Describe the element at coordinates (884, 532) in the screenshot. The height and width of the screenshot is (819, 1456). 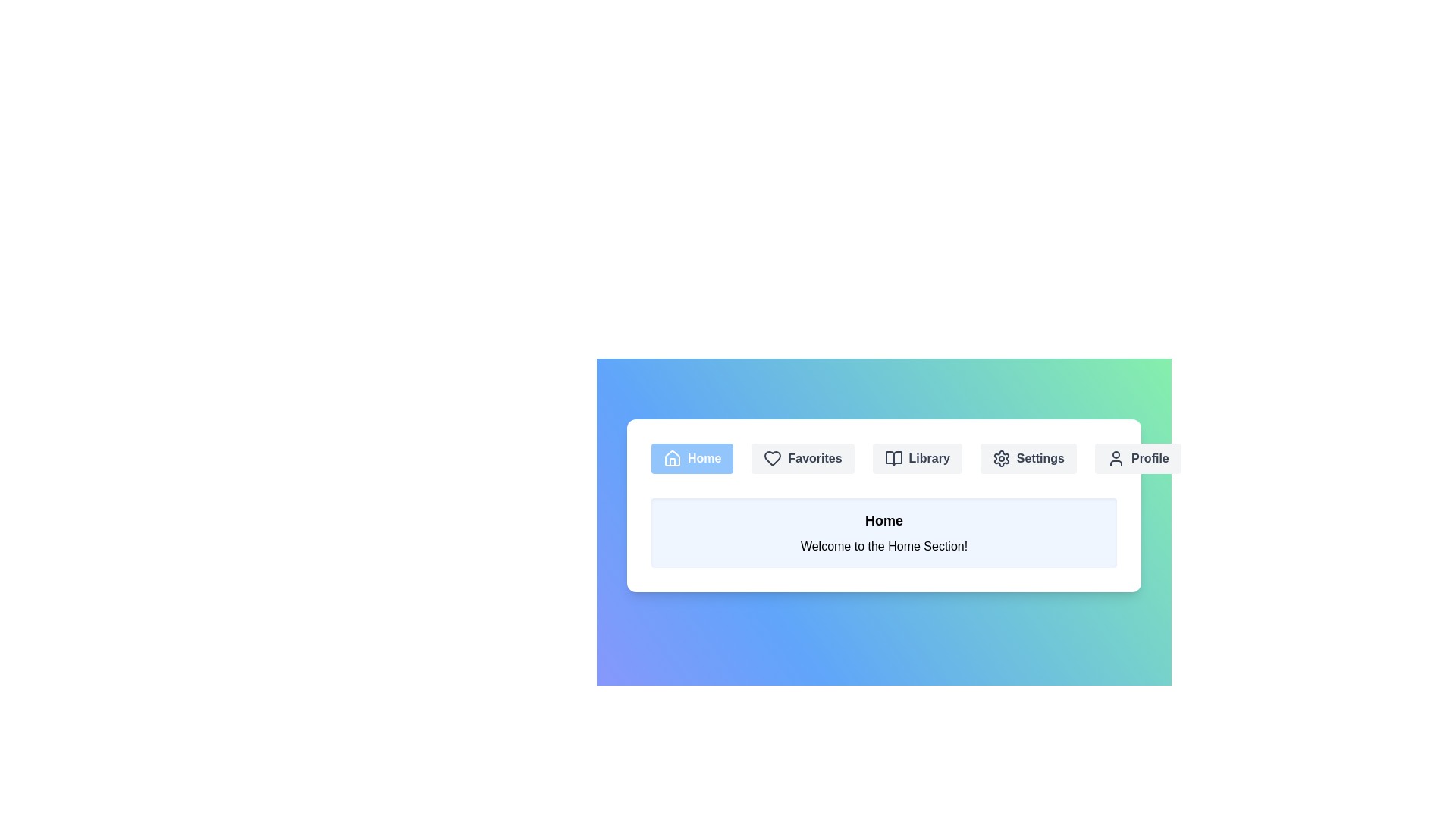
I see `text from the Information Panel with a light blue background, containing the title 'Home' and subtitle 'Welcome to the Home Section!'` at that location.